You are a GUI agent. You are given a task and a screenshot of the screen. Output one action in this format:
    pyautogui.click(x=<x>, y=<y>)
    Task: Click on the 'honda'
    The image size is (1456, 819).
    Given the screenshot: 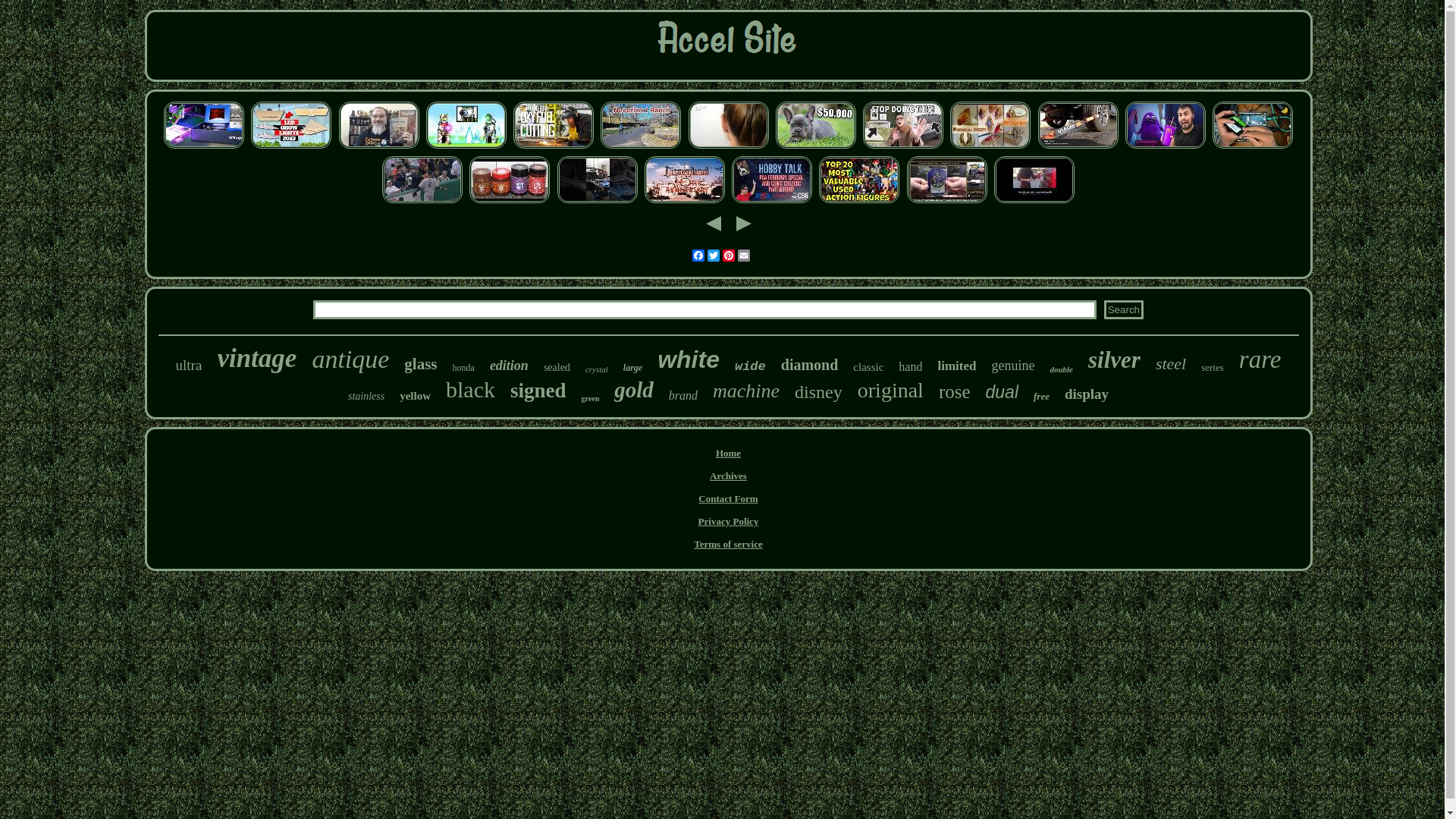 What is the action you would take?
    pyautogui.click(x=463, y=368)
    